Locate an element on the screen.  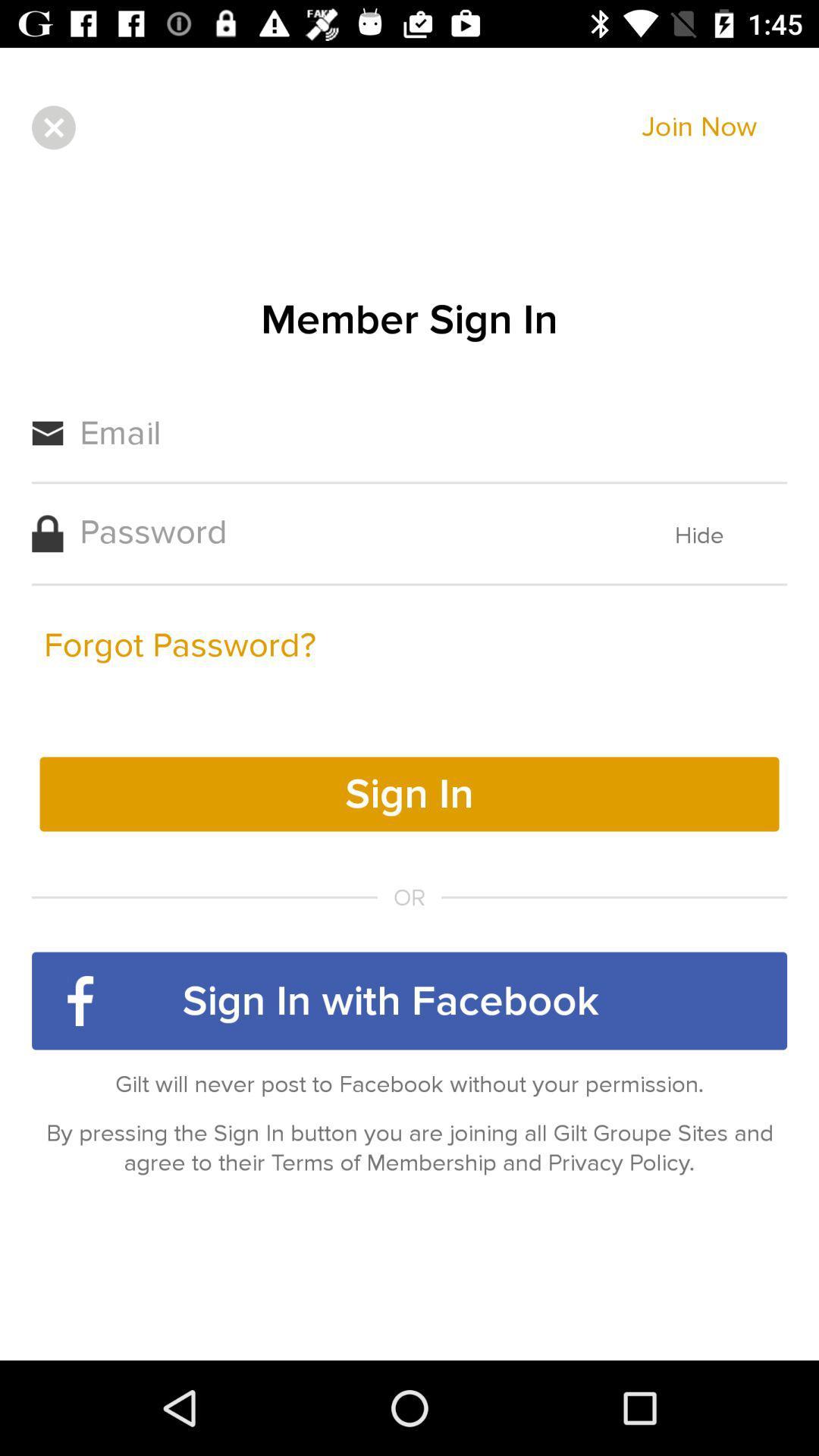
the hide item is located at coordinates (699, 535).